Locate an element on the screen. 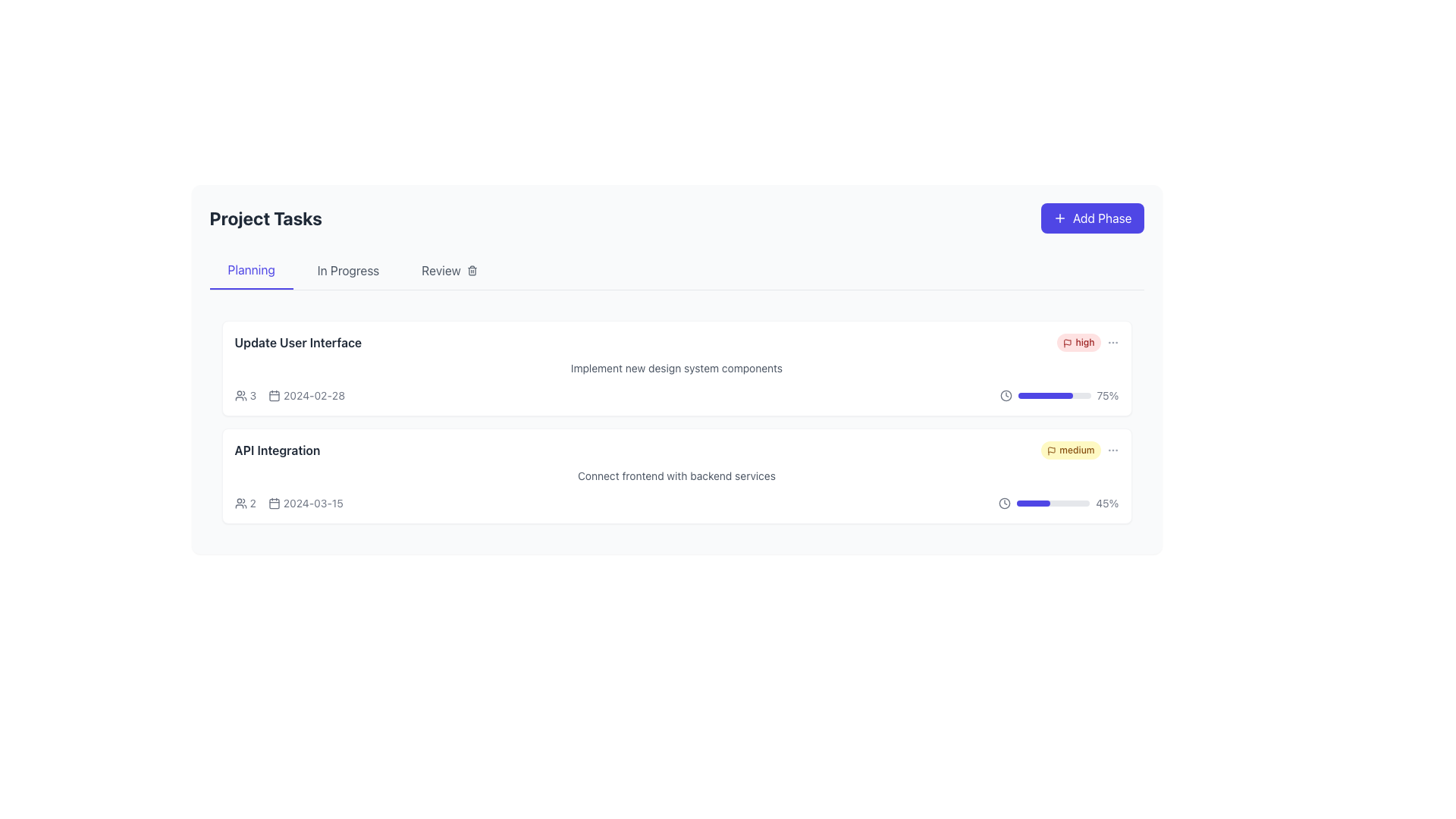 This screenshot has height=819, width=1456. the date icon located to the left of the text '2024-02-28' in the 'Update User Interface' task section for potential actions is located at coordinates (274, 394).